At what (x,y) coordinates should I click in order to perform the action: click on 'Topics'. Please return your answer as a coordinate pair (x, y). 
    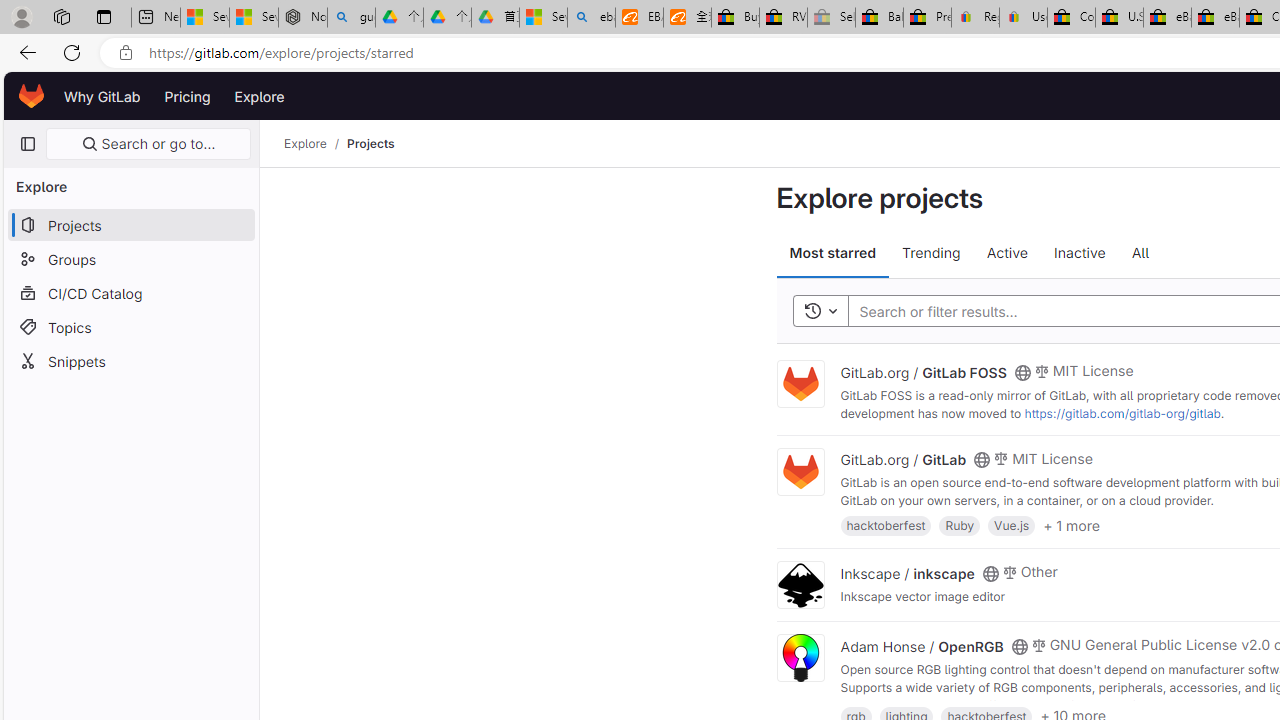
    Looking at the image, I should click on (130, 325).